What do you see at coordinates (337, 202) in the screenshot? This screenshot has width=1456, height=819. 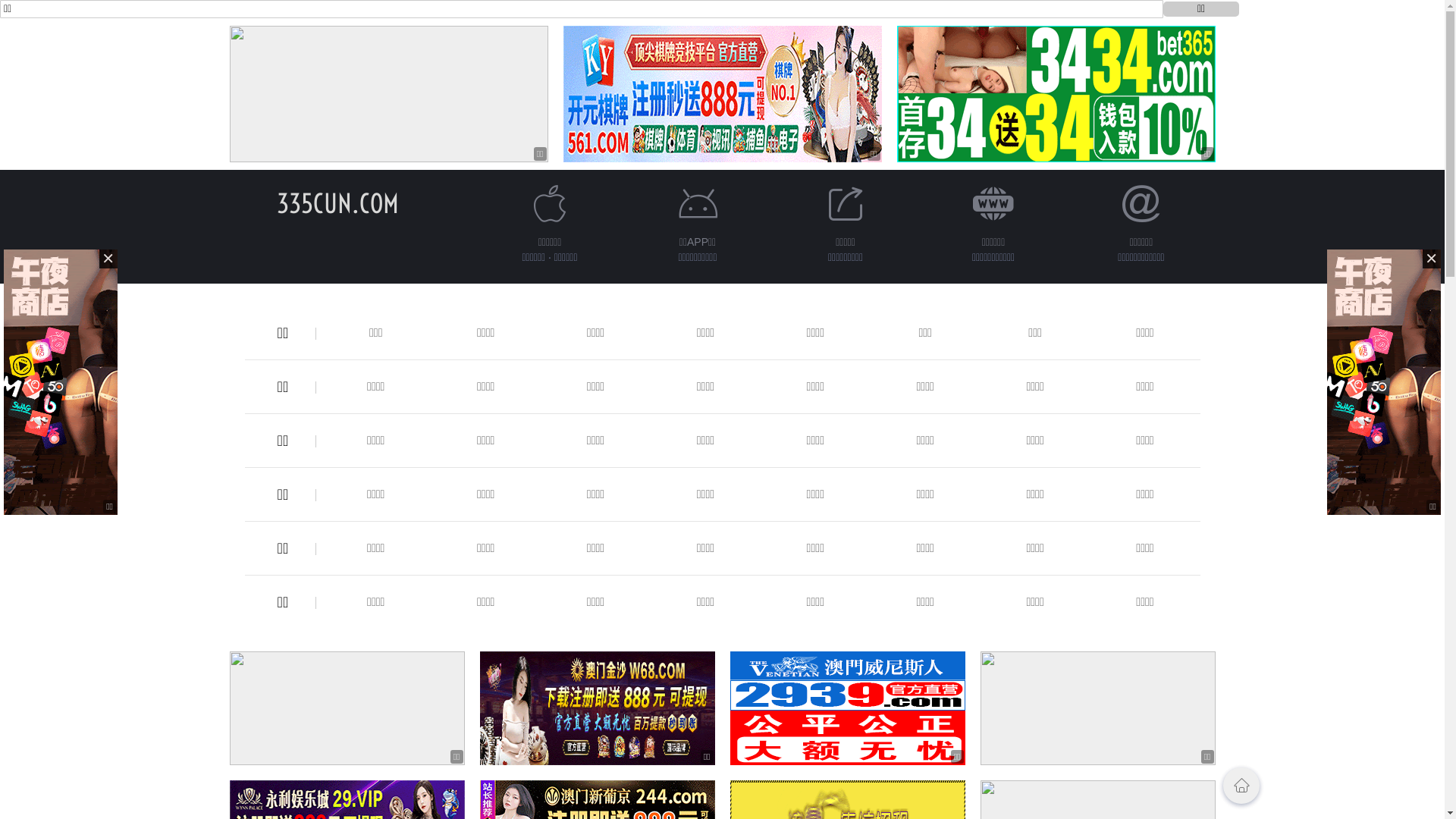 I see `'335CUN.COM'` at bounding box center [337, 202].